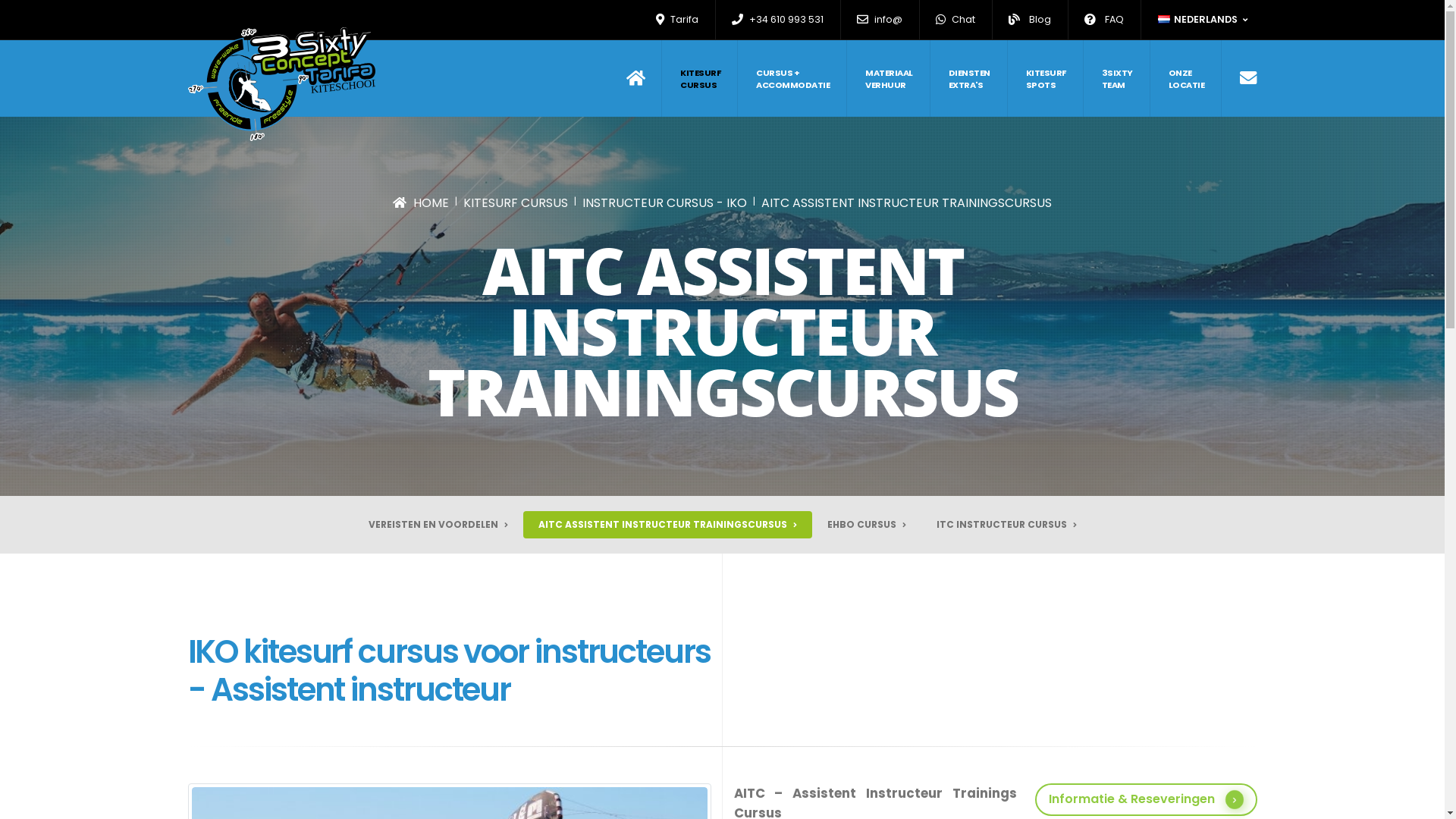  What do you see at coordinates (954, 20) in the screenshot?
I see `'Chat'` at bounding box center [954, 20].